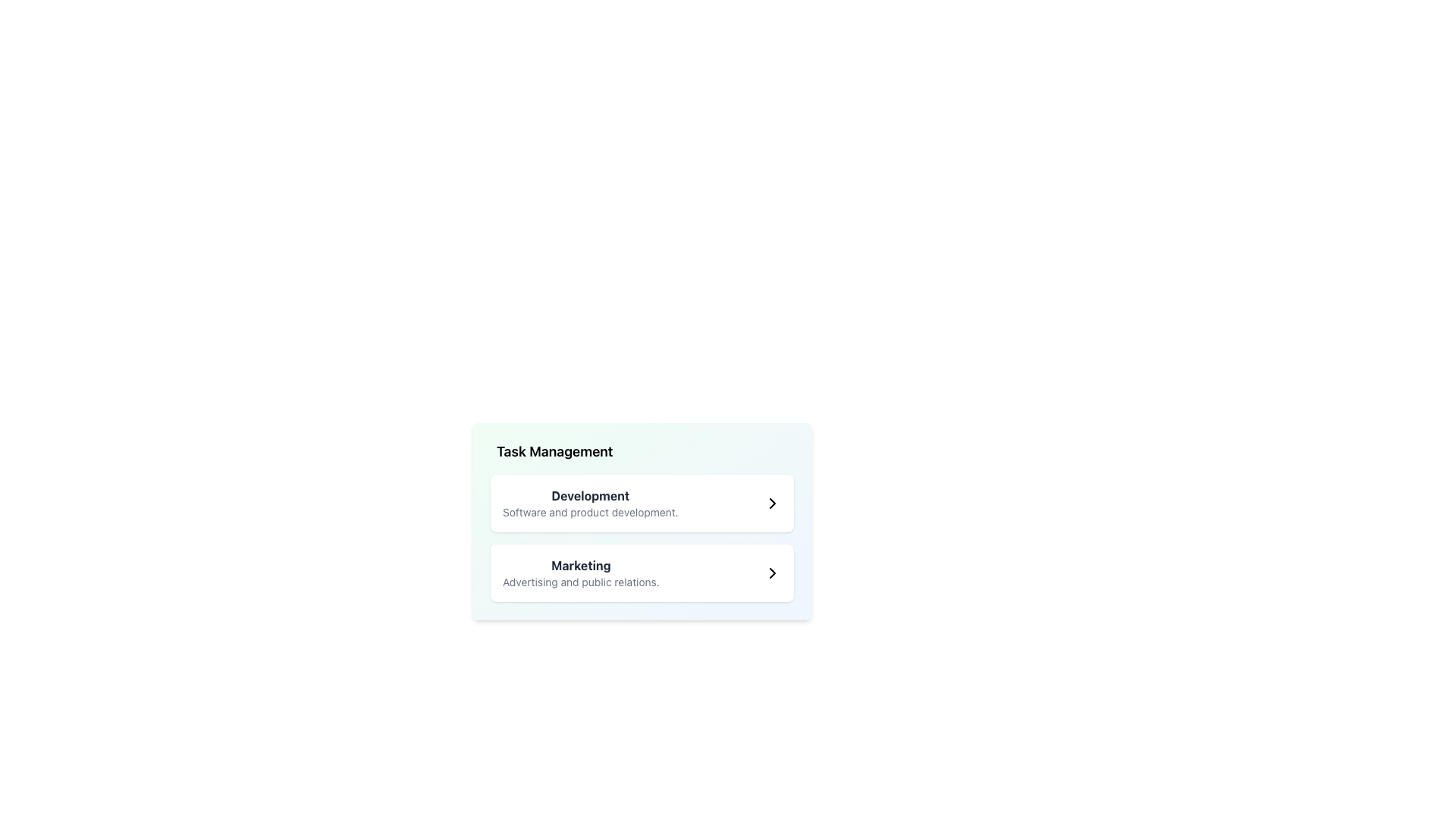 Image resolution: width=1456 pixels, height=819 pixels. Describe the element at coordinates (642, 573) in the screenshot. I see `the 'Marketing' interactive list item located in the second card of the 'Task Management' section` at that location.